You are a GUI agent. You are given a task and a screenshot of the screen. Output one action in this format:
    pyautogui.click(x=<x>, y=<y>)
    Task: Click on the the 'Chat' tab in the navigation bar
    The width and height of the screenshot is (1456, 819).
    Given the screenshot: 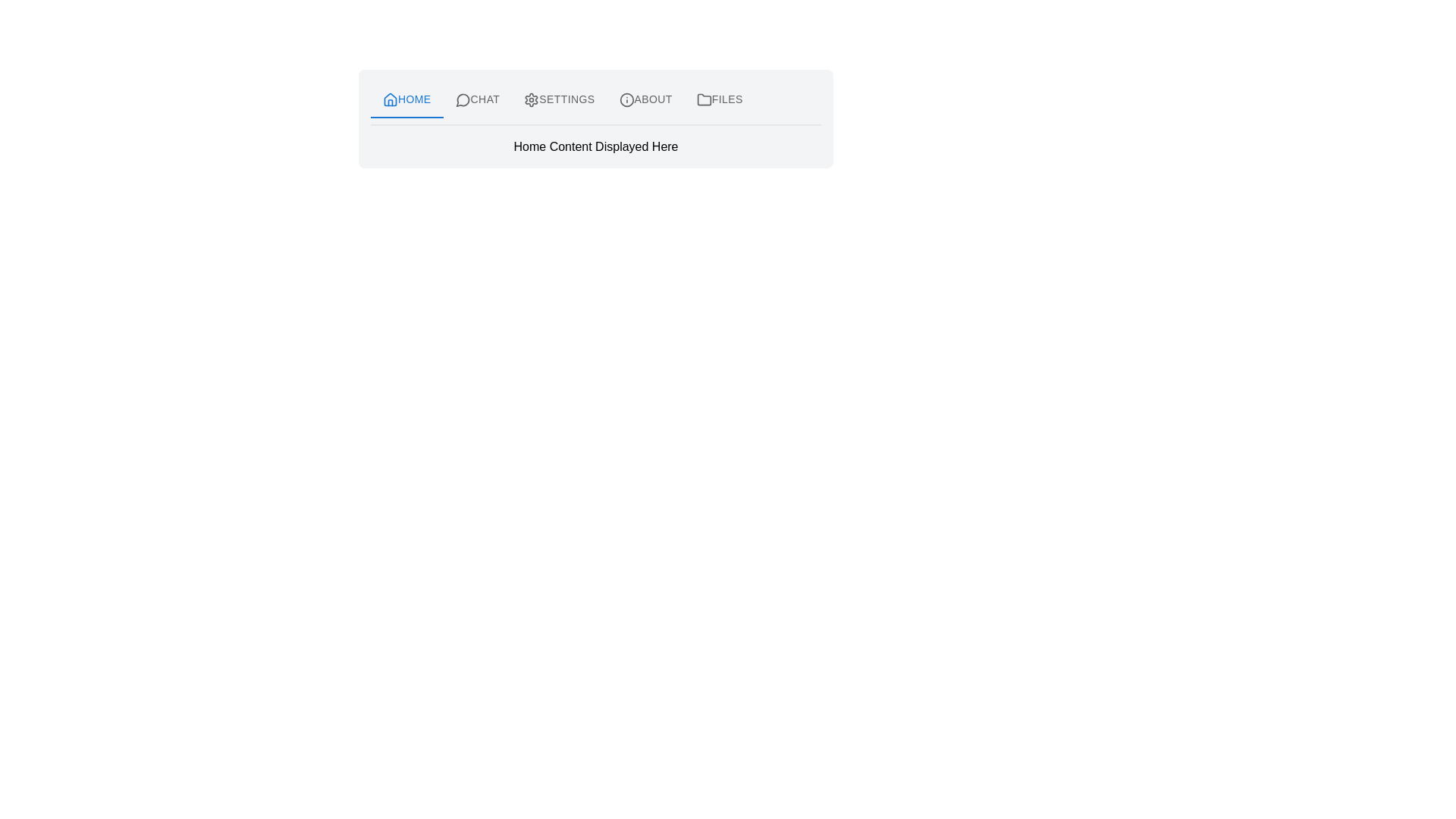 What is the action you would take?
    pyautogui.click(x=476, y=99)
    